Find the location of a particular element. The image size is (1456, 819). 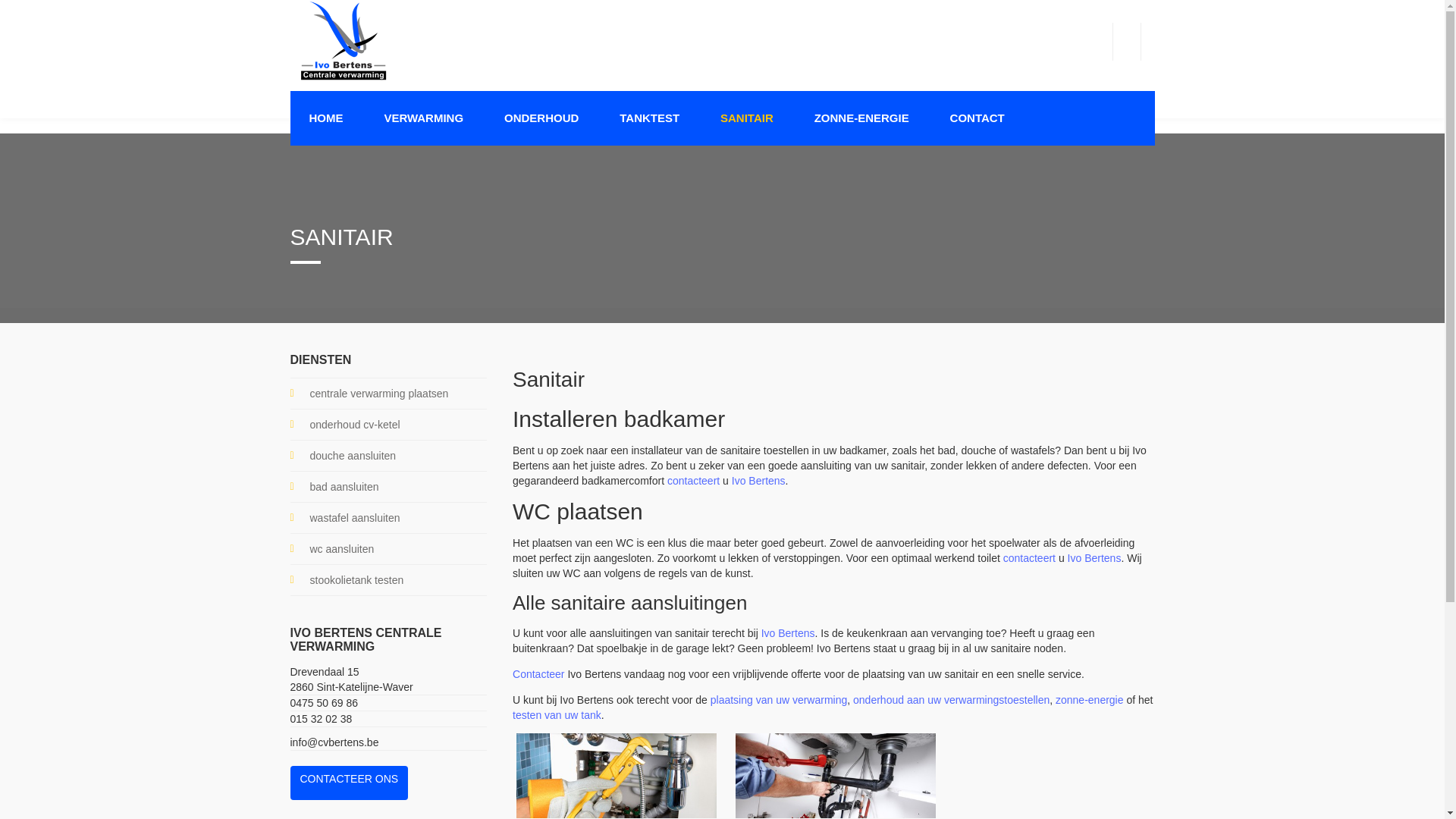

'zonne-energie' is located at coordinates (1088, 698).